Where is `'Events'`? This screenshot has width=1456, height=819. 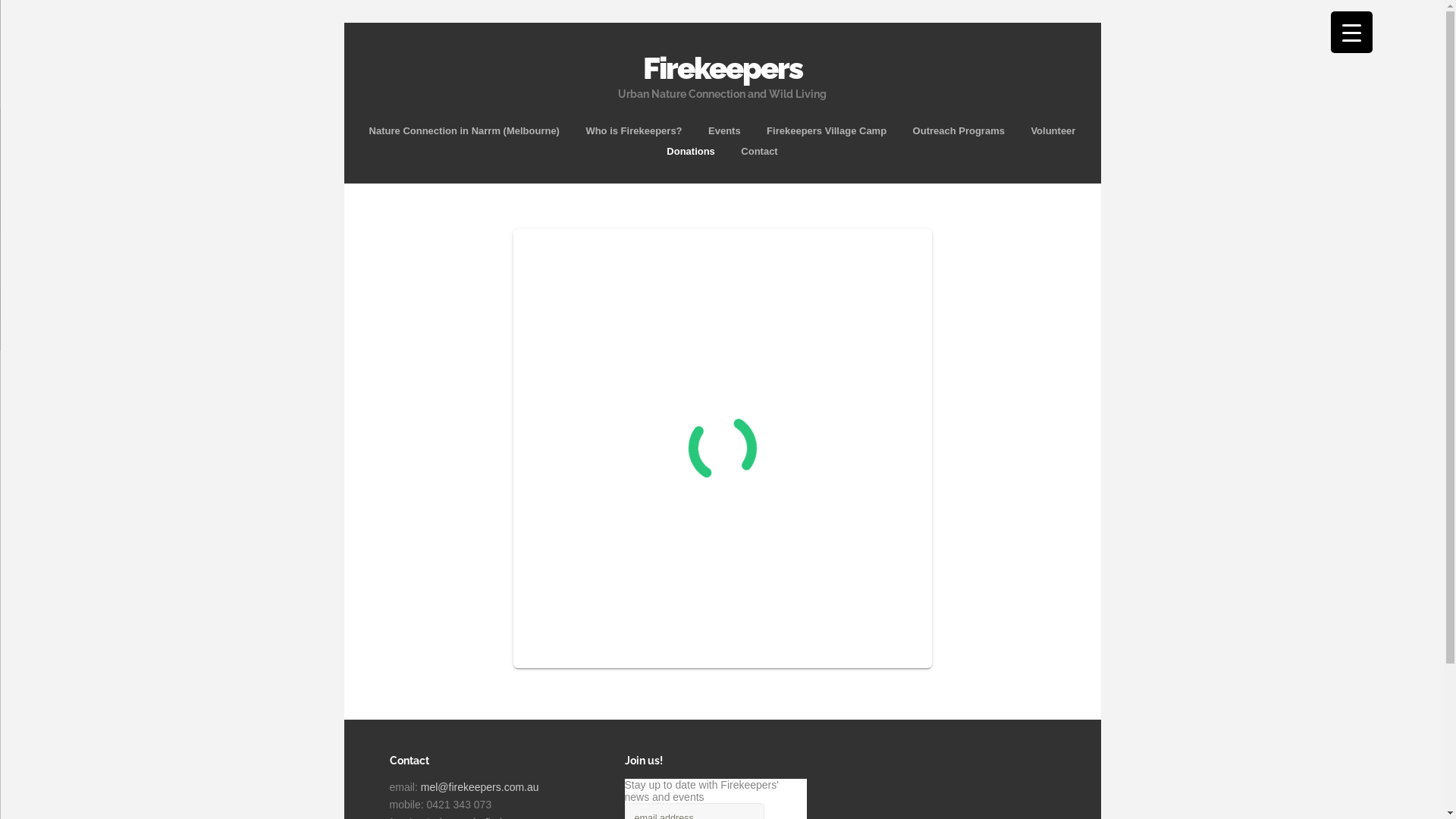
'Events' is located at coordinates (723, 130).